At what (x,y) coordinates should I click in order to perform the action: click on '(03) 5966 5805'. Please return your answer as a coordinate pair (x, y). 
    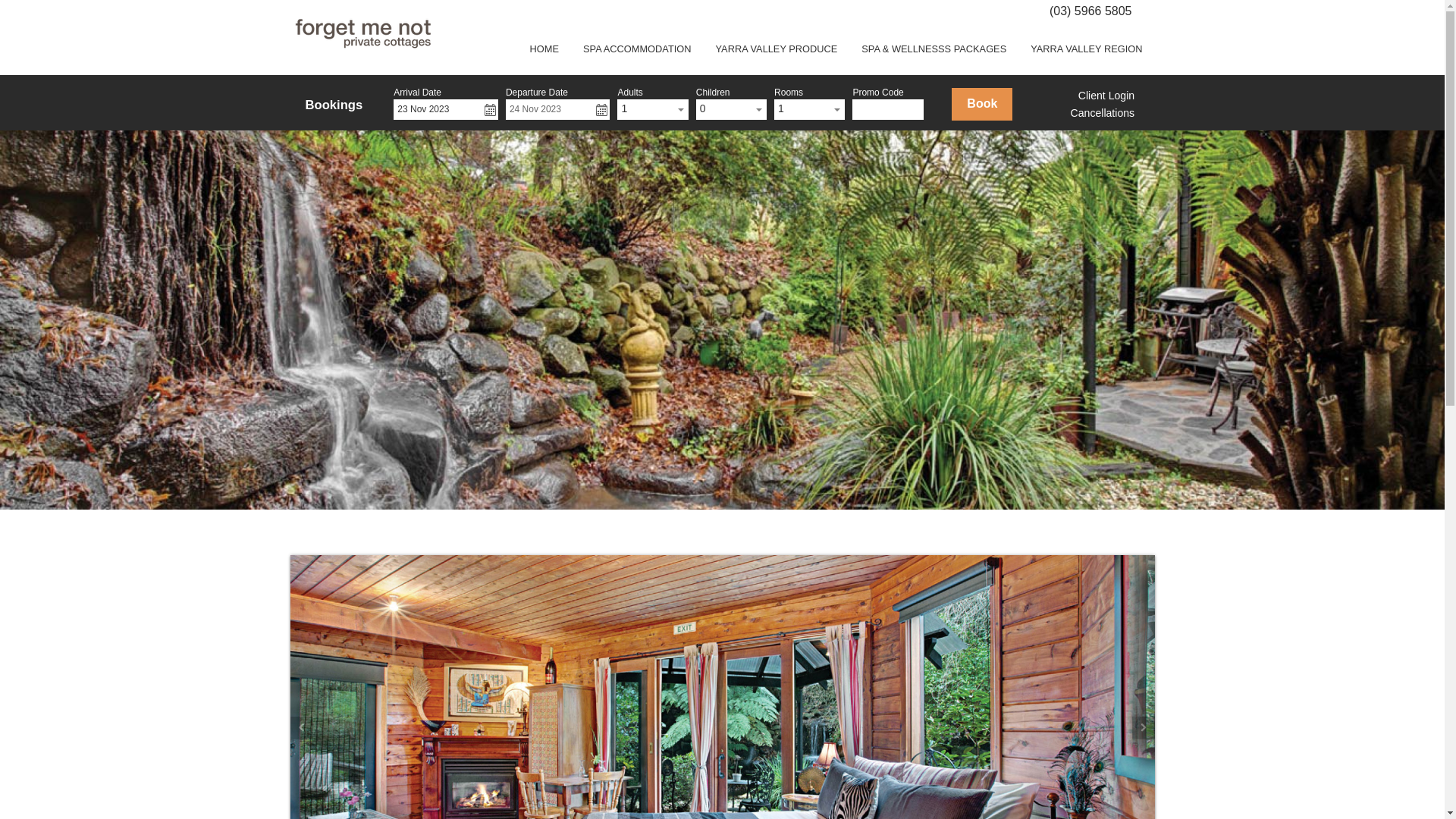
    Looking at the image, I should click on (1090, 11).